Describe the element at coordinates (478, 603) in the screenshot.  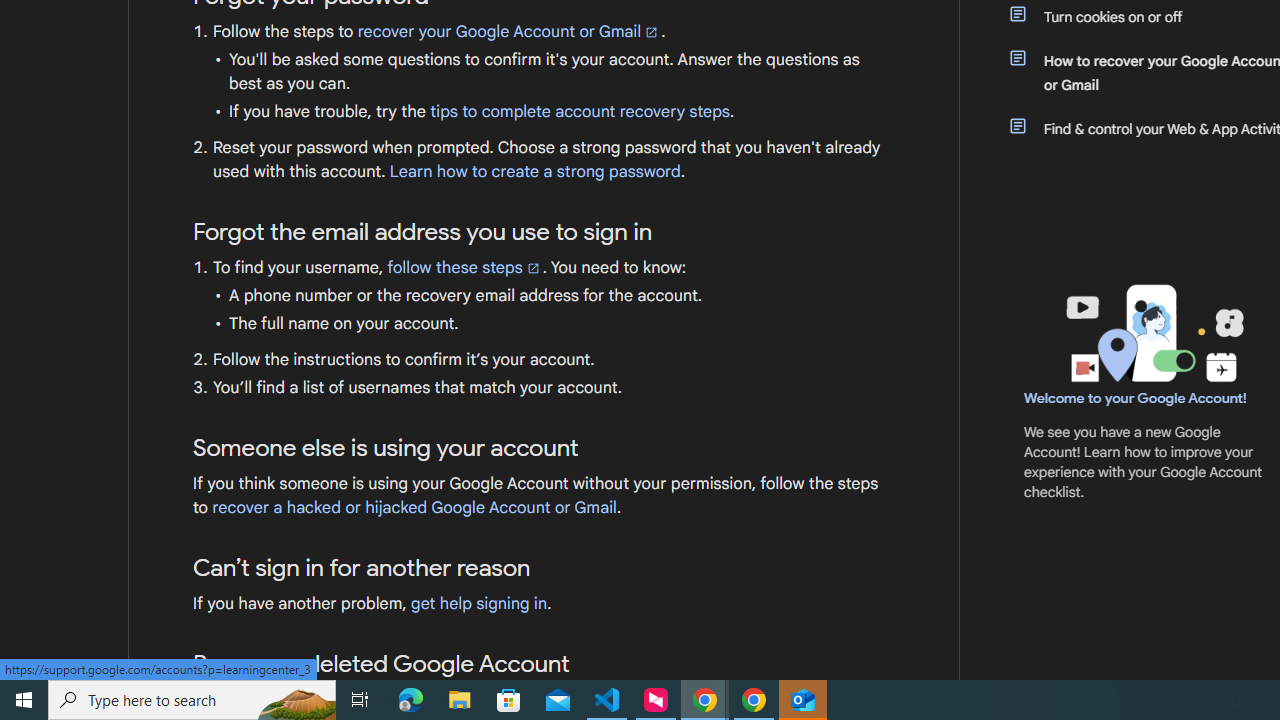
I see `'get help signing in'` at that location.